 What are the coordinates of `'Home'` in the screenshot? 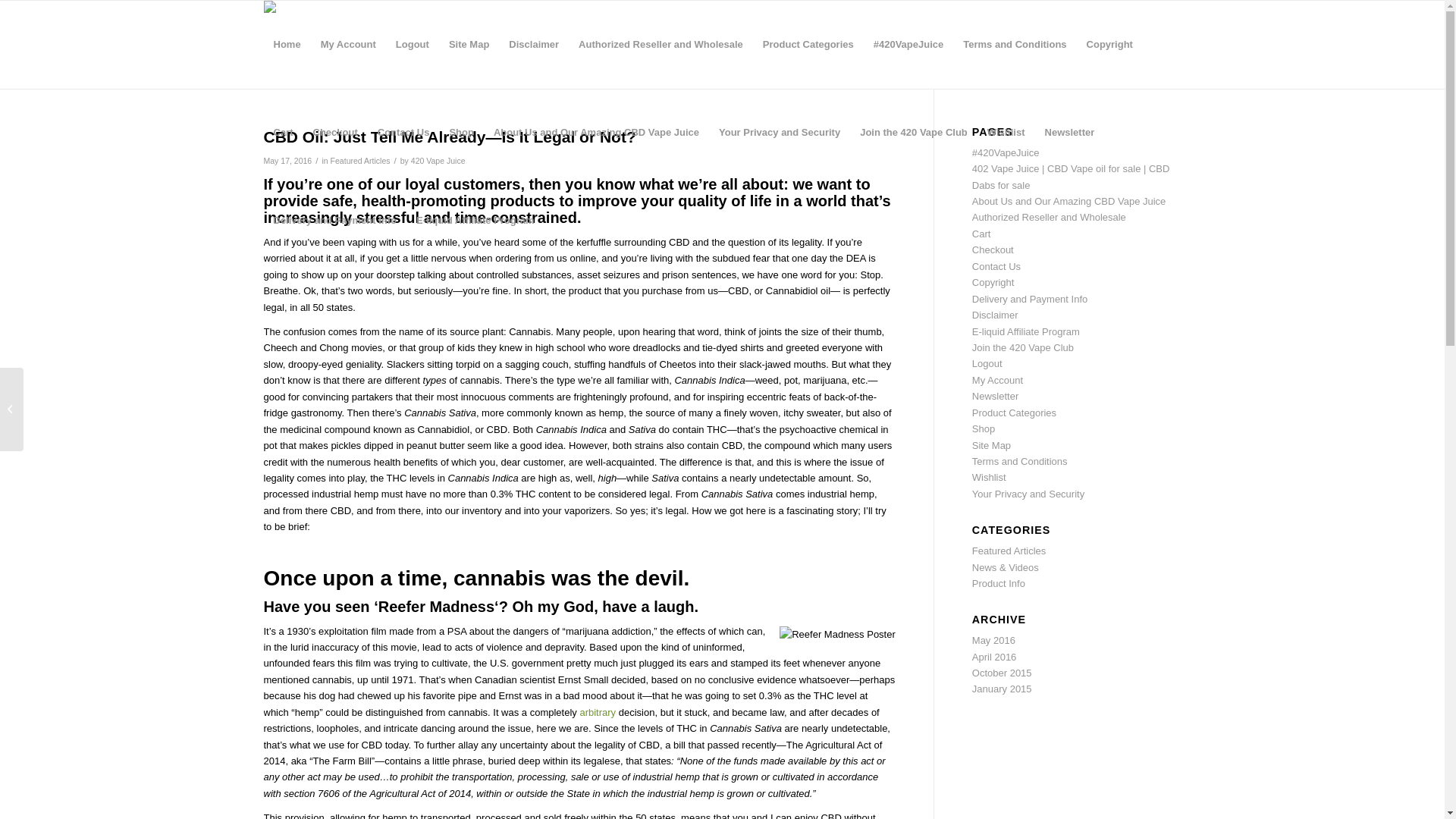 It's located at (287, 43).